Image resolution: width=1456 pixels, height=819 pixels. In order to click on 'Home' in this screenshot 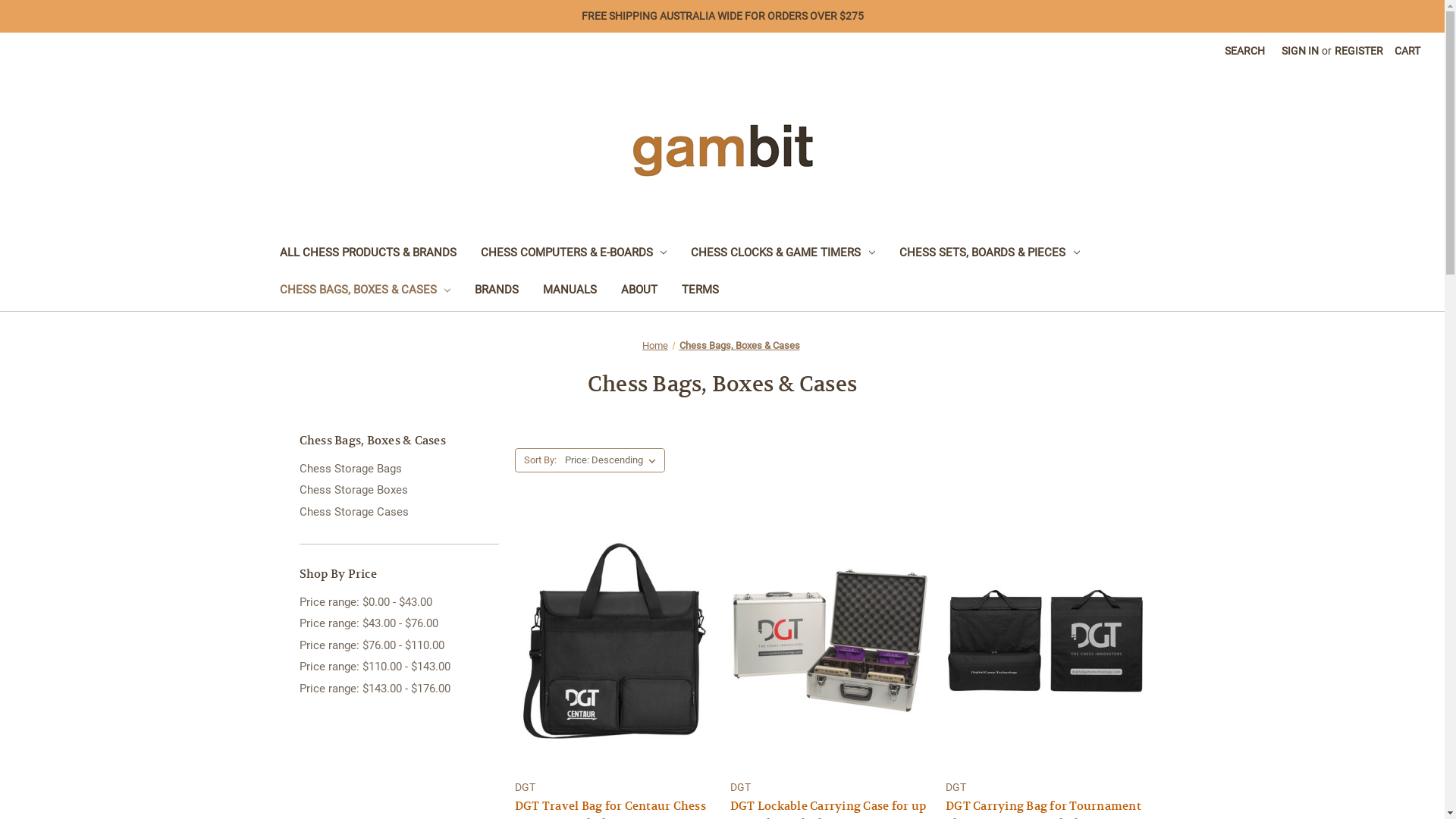, I will do `click(655, 345)`.